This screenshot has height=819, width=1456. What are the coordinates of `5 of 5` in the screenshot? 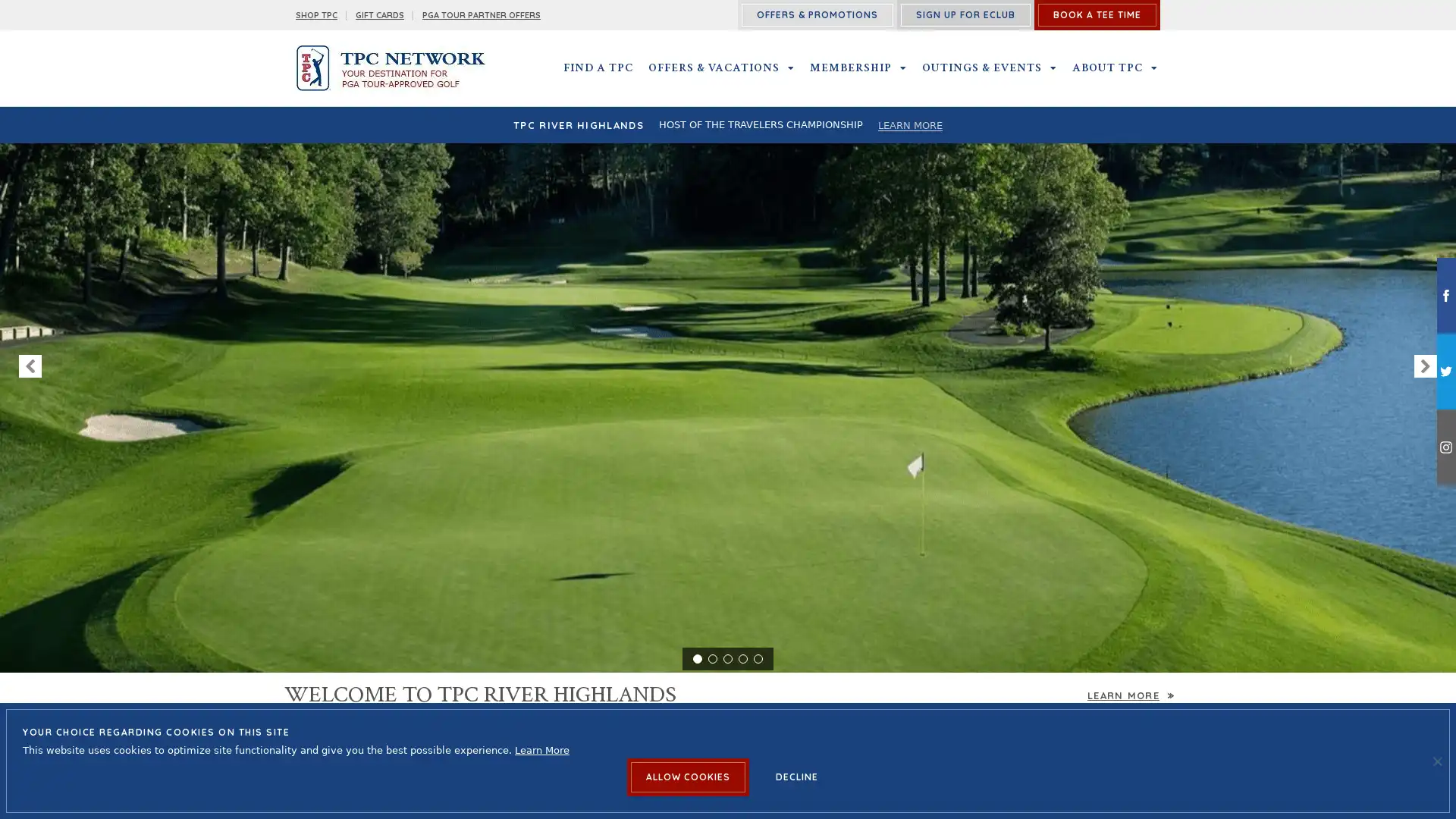 It's located at (758, 657).